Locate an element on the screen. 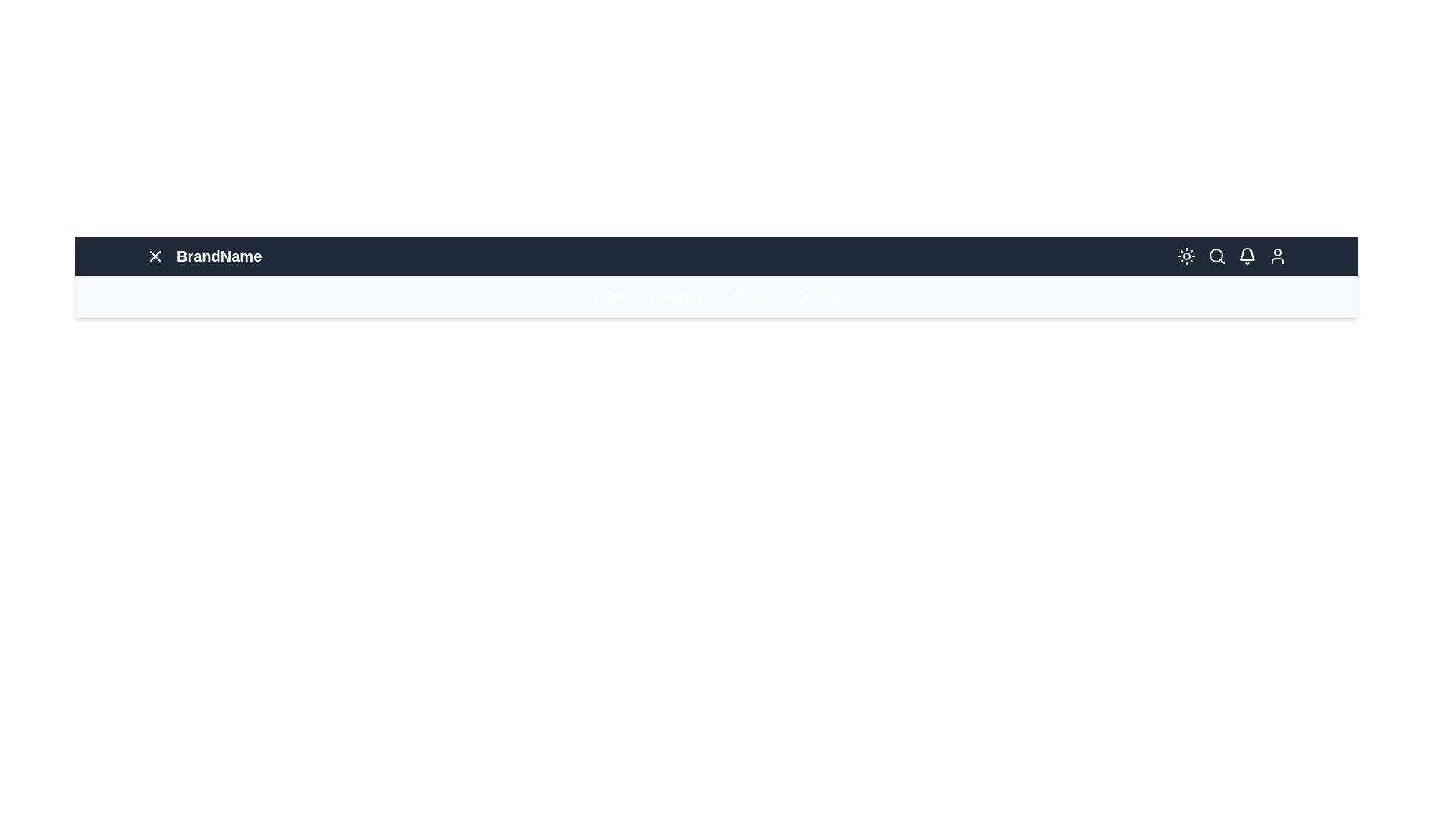  the menu item labeled Services to navigate to the corresponding section is located at coordinates (748, 297).